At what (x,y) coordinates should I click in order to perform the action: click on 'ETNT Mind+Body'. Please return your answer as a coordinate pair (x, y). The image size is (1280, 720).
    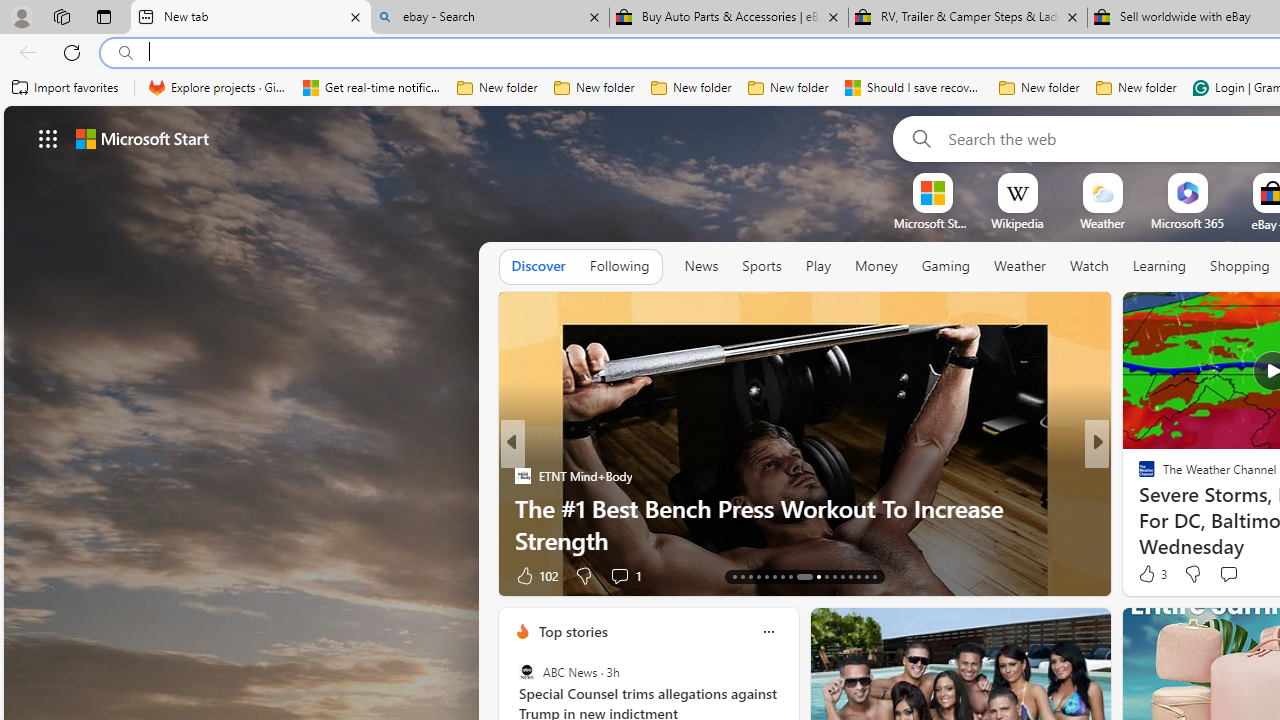
    Looking at the image, I should click on (522, 475).